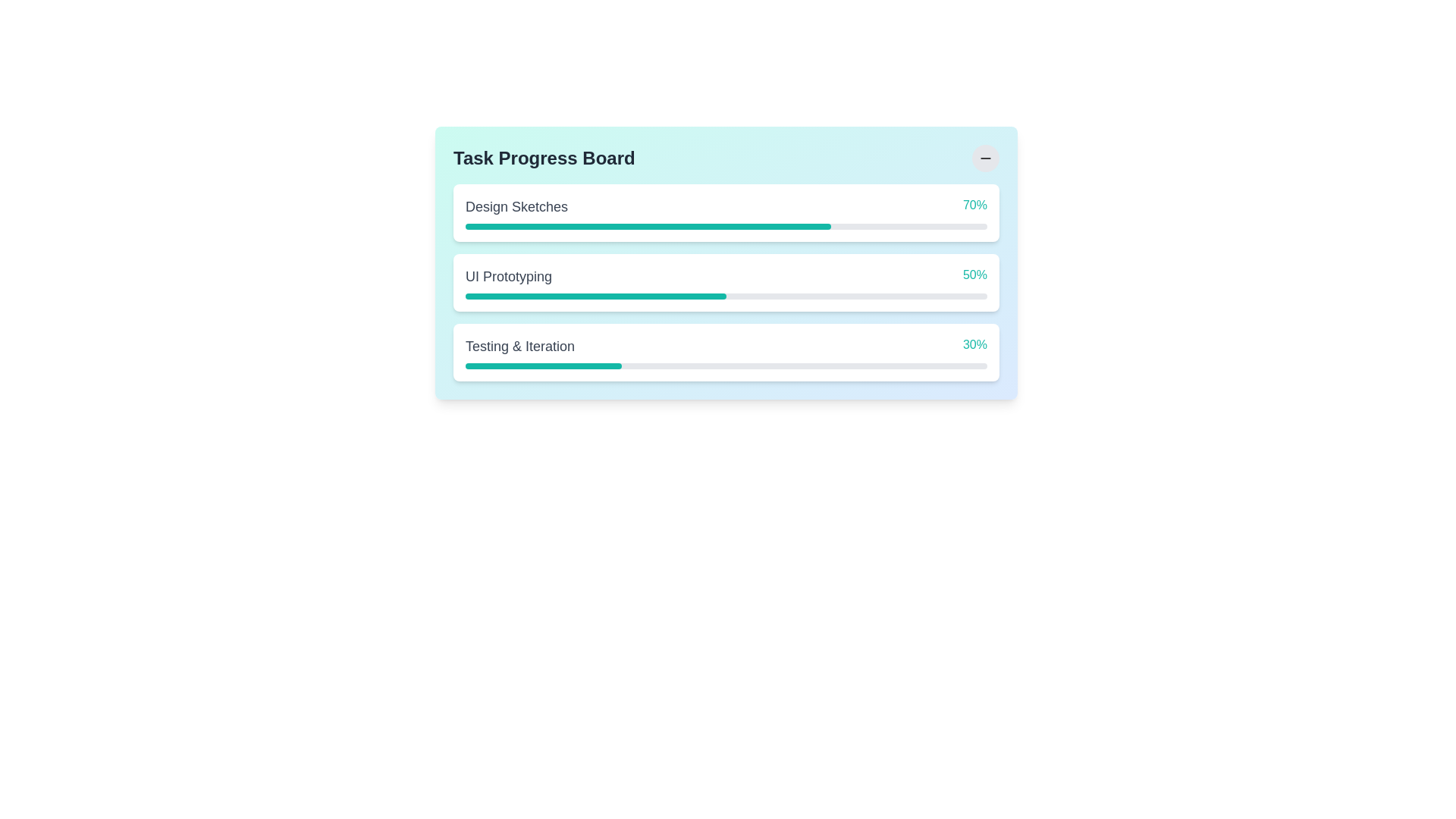 The width and height of the screenshot is (1456, 819). What do you see at coordinates (726, 353) in the screenshot?
I see `the Progress Tracker element displaying 'Testing & Iteration' and '30%' with a teal progress bar, which is the third progress bar under 'Task Progress Board'` at bounding box center [726, 353].